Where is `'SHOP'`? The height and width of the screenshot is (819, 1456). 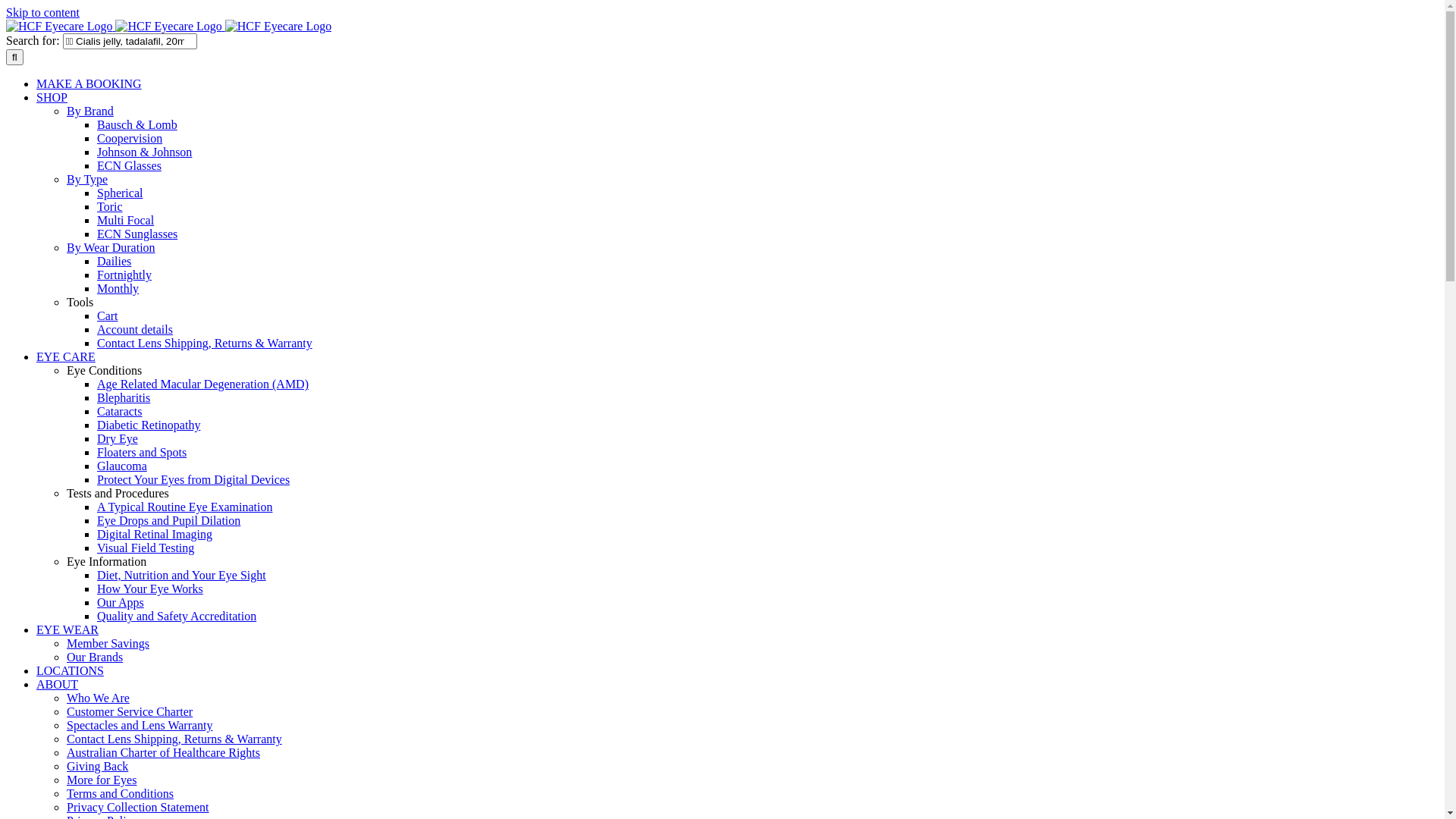 'SHOP' is located at coordinates (52, 97).